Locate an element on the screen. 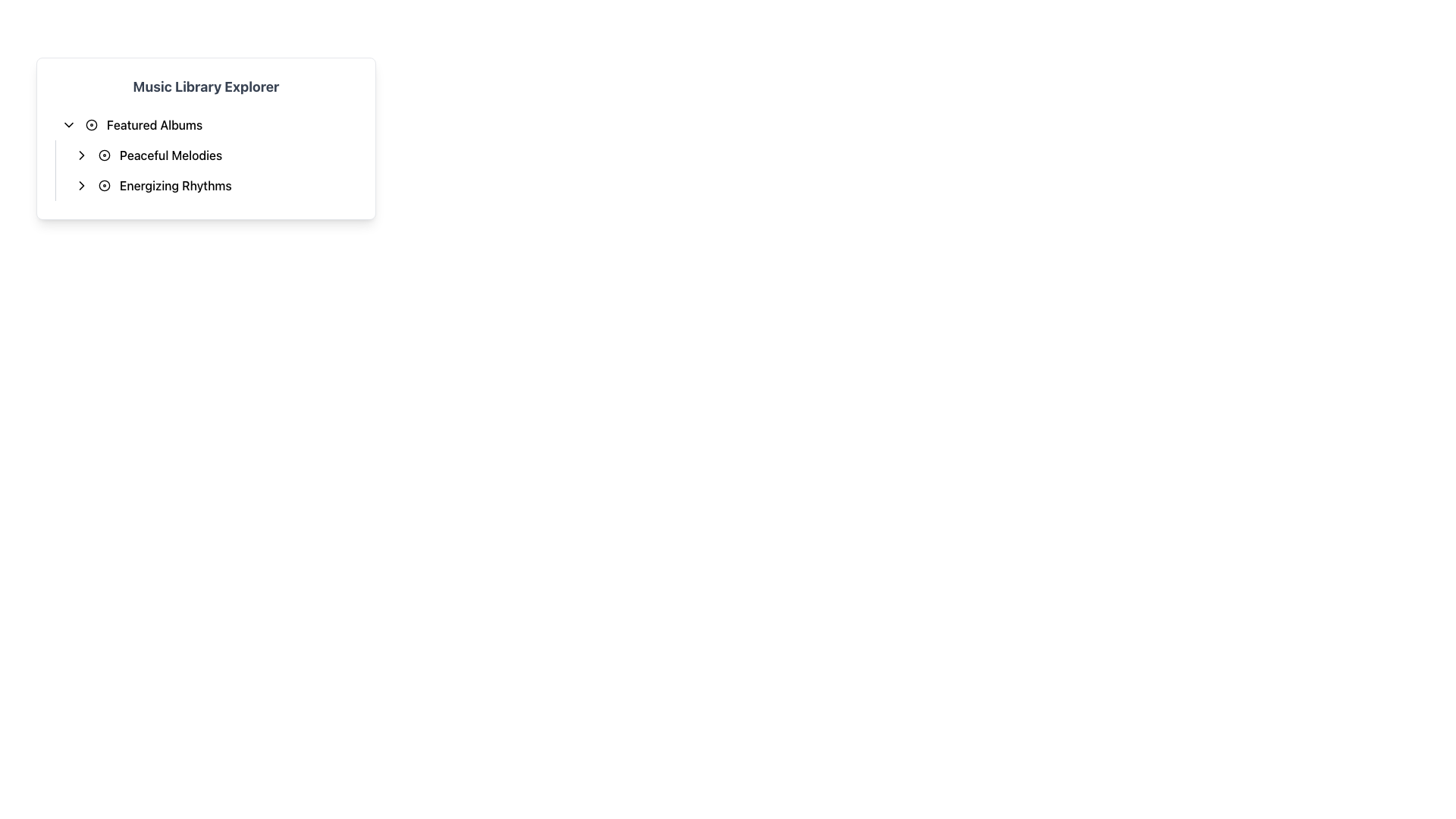 Image resolution: width=1456 pixels, height=819 pixels. the right-pointing chevron icon located next to the label 'Peaceful Melodies' is located at coordinates (81, 155).